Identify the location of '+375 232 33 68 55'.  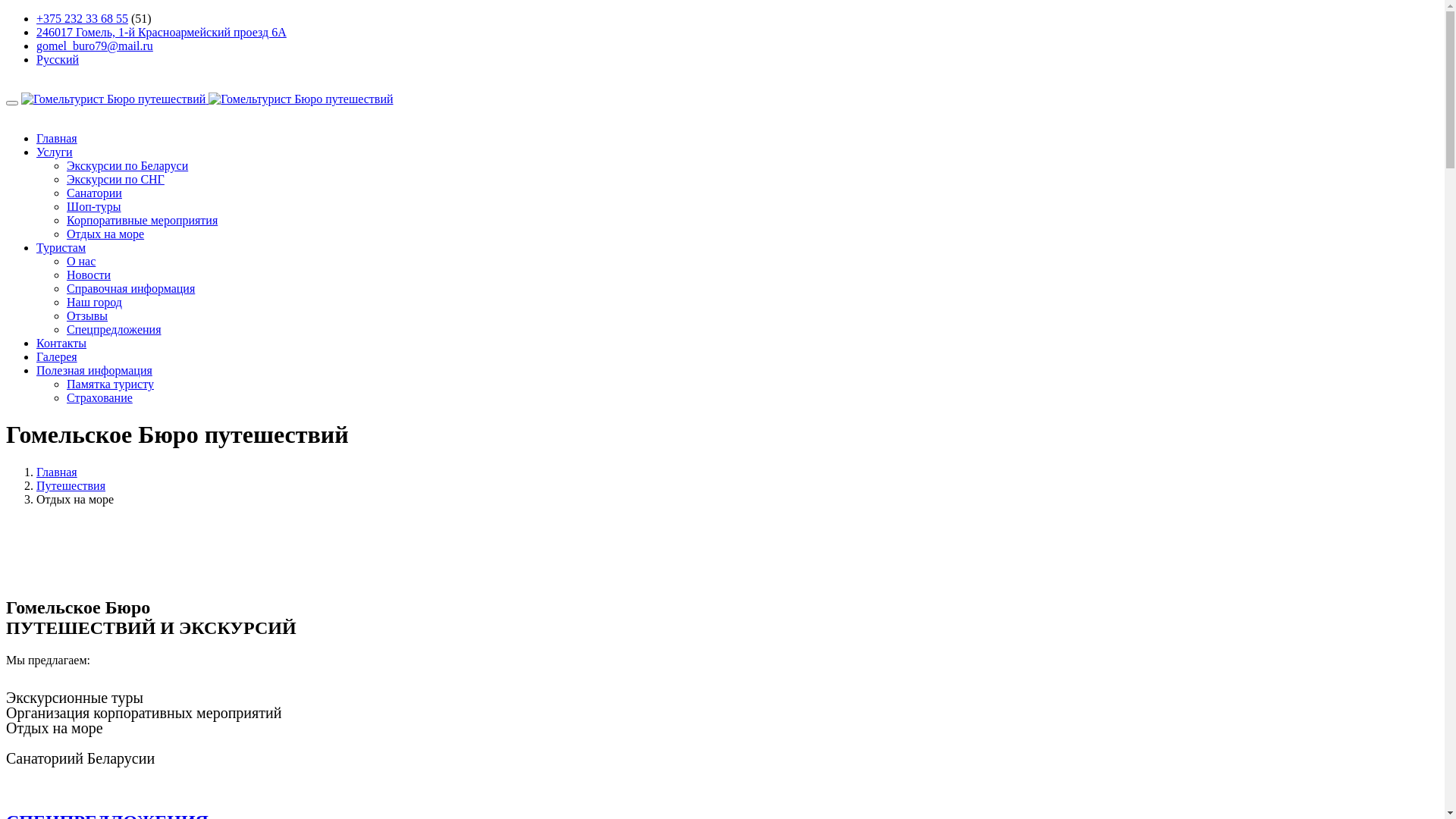
(81, 18).